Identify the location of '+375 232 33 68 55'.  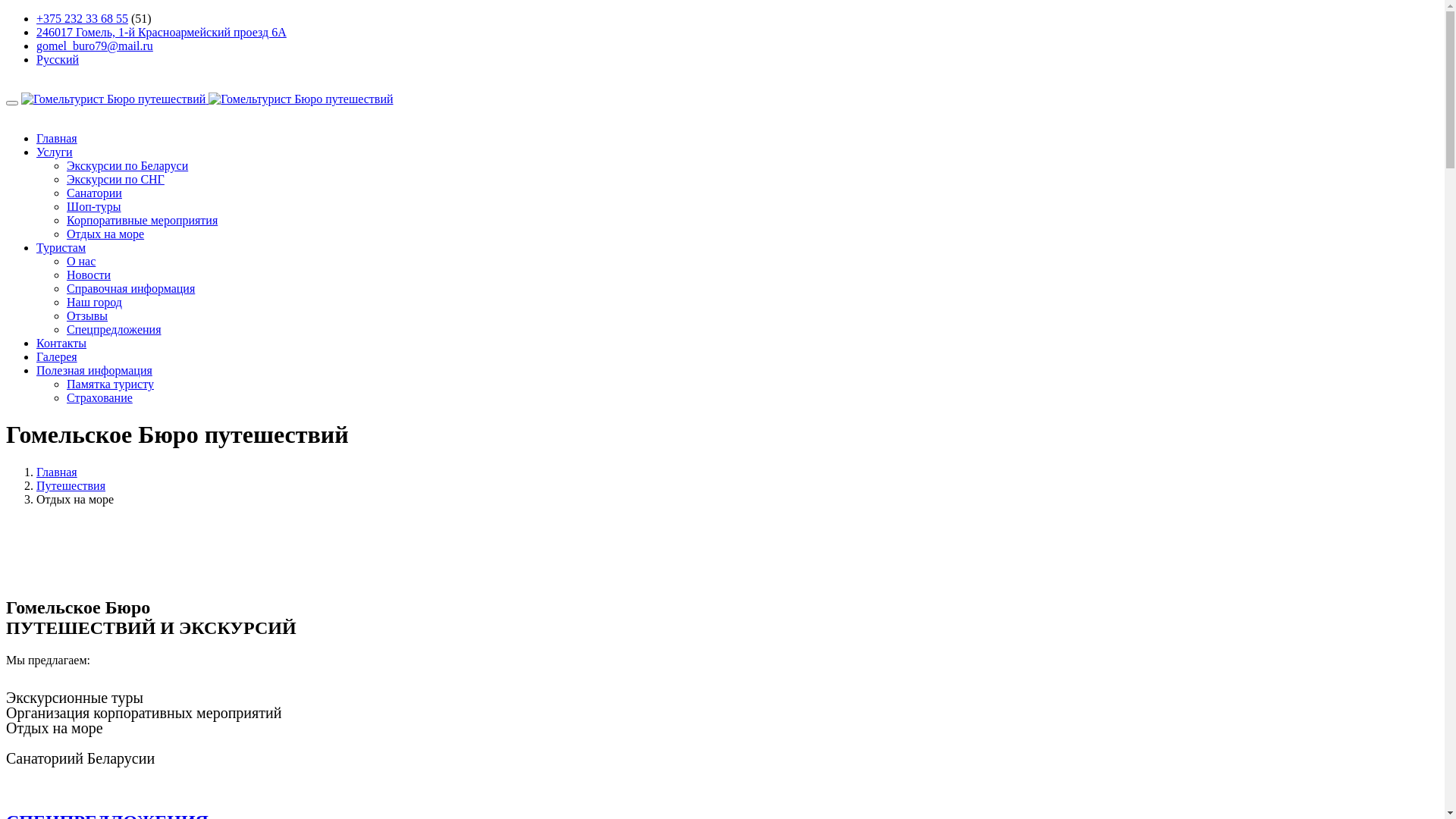
(81, 18).